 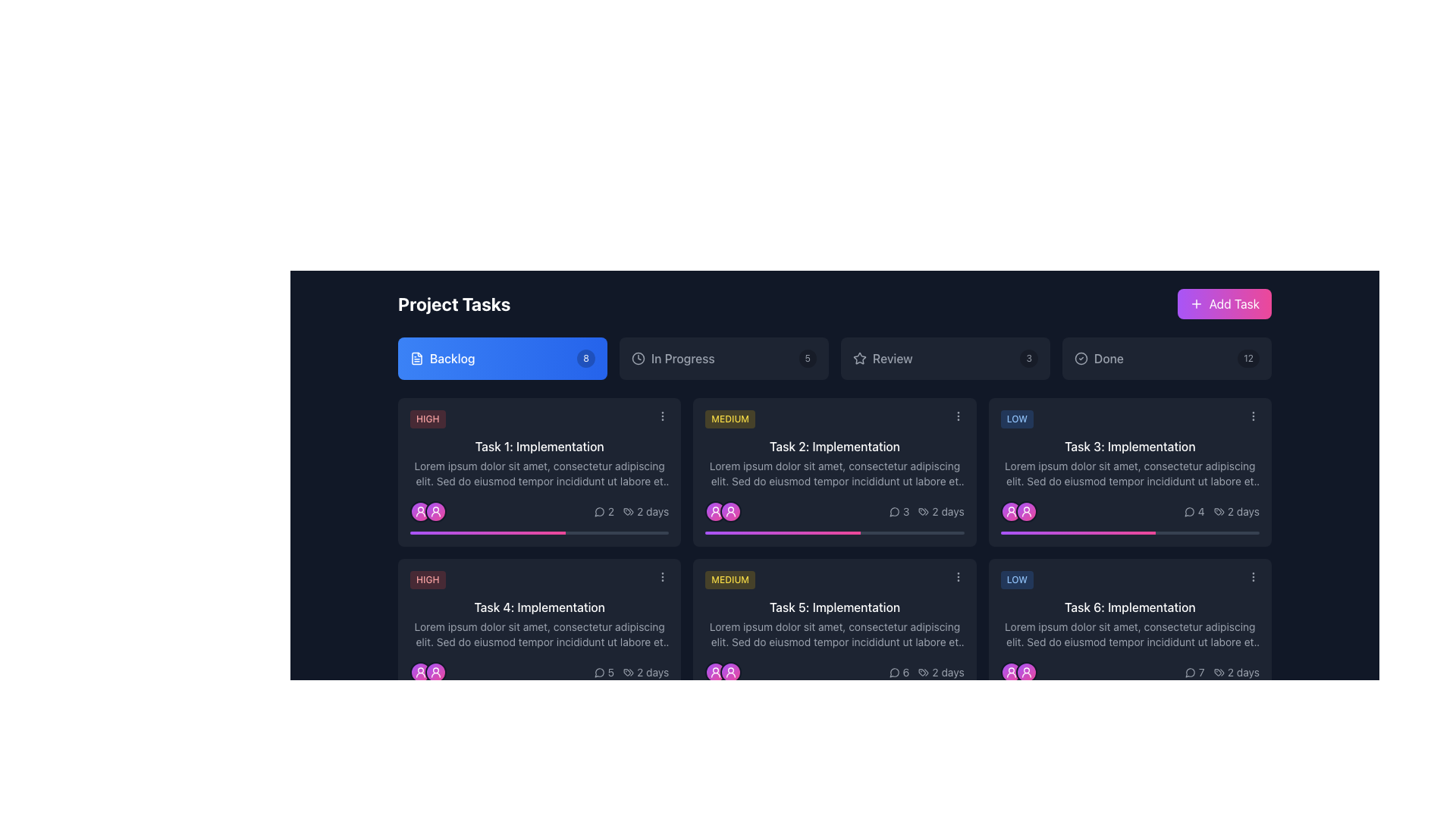 I want to click on the progress bar located at the bottom of the card labeled 'Task 3: Implementation' in the 'Done' section, which visually represents the task's completion percentage, so click(x=1130, y=532).